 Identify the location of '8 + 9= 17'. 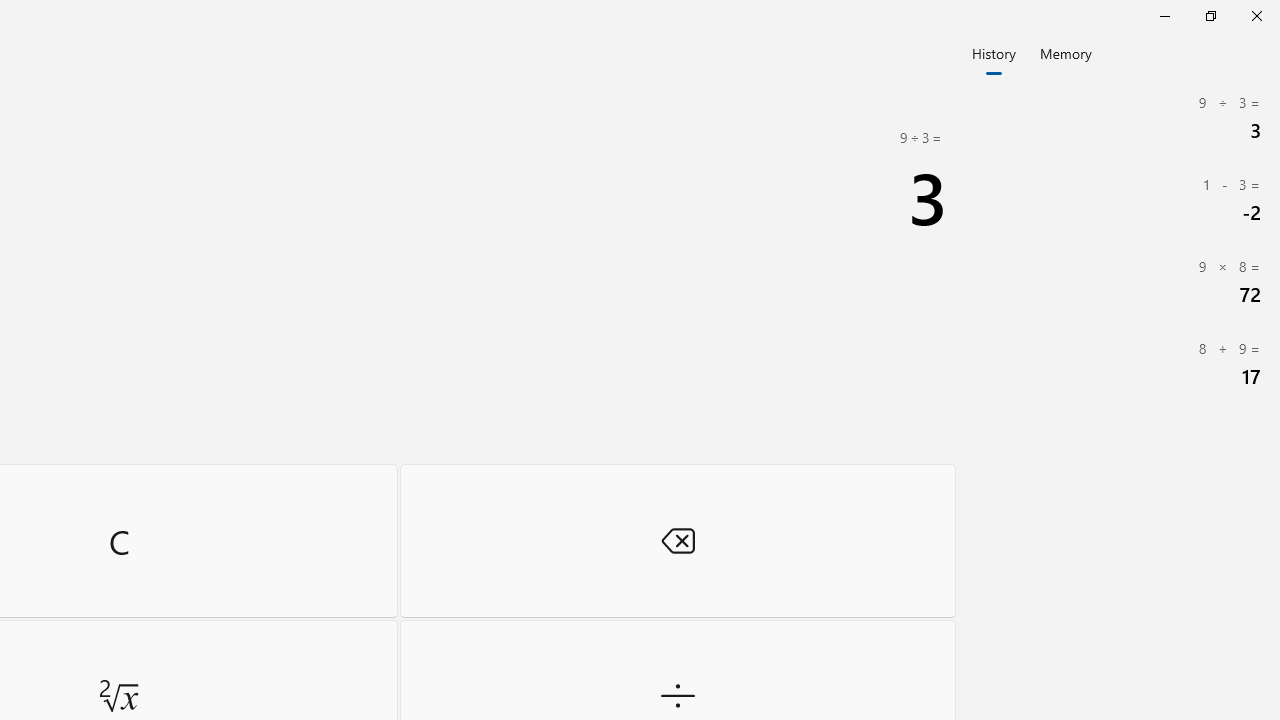
(1120, 363).